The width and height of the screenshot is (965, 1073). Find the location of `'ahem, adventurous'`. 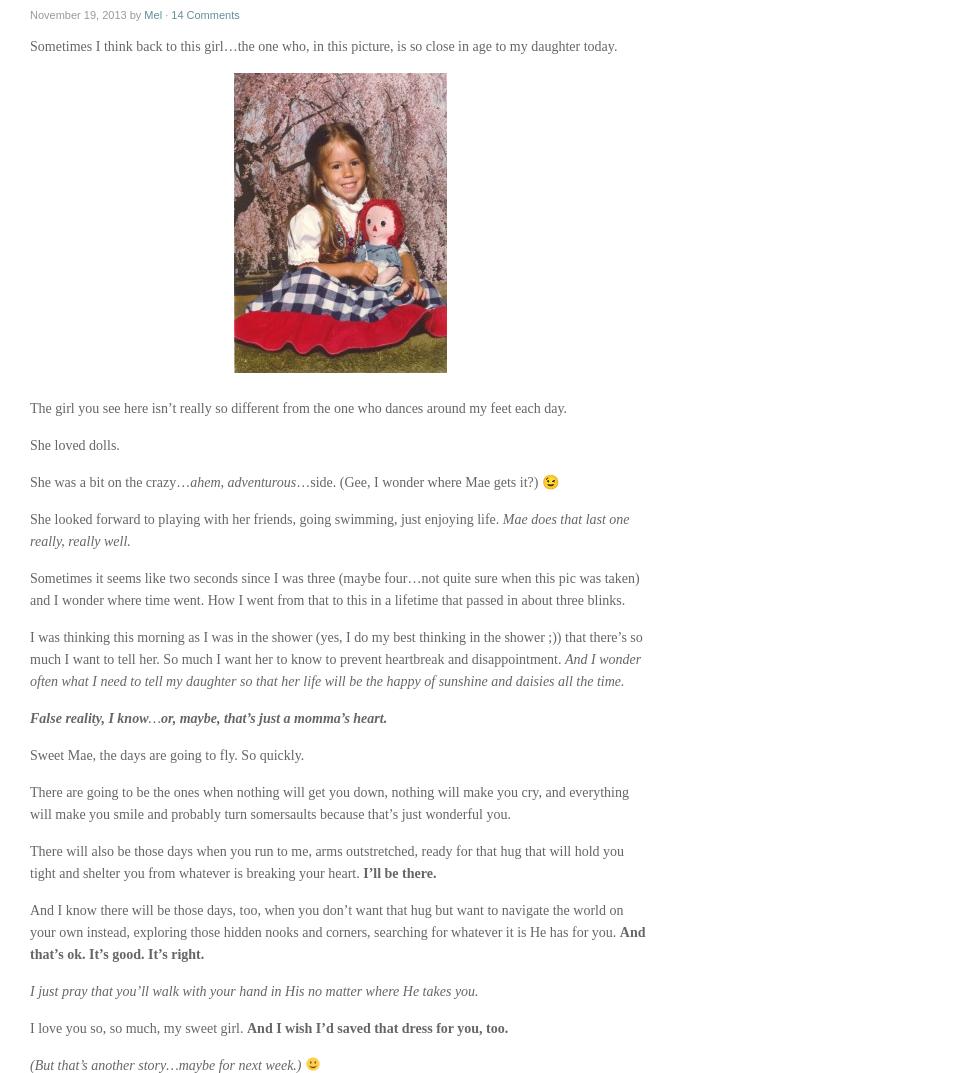

'ahem, adventurous' is located at coordinates (241, 481).